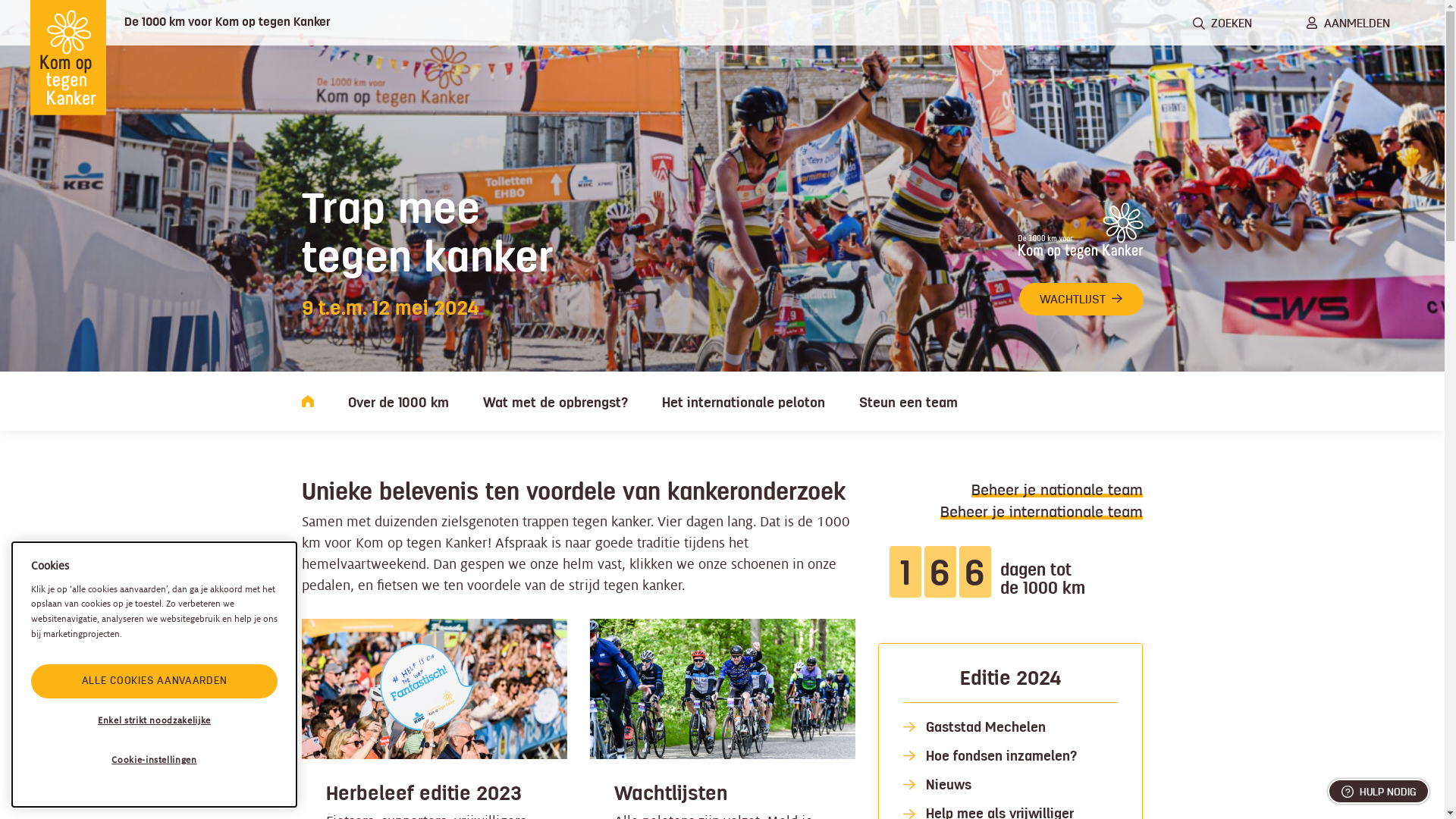  What do you see at coordinates (1379, 790) in the screenshot?
I see `'HULP NODIG'` at bounding box center [1379, 790].